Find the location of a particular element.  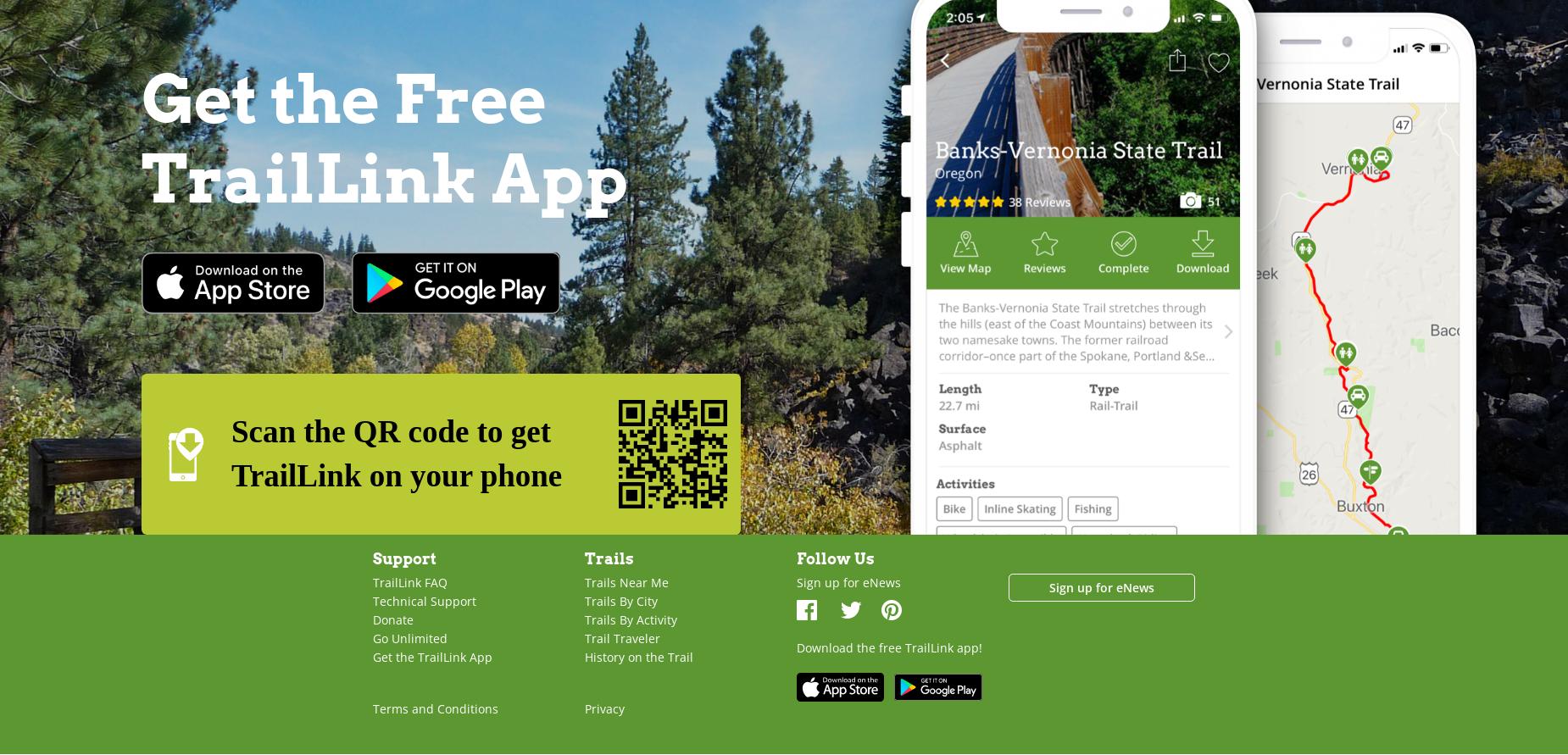

'History on the Trail' is located at coordinates (639, 656).